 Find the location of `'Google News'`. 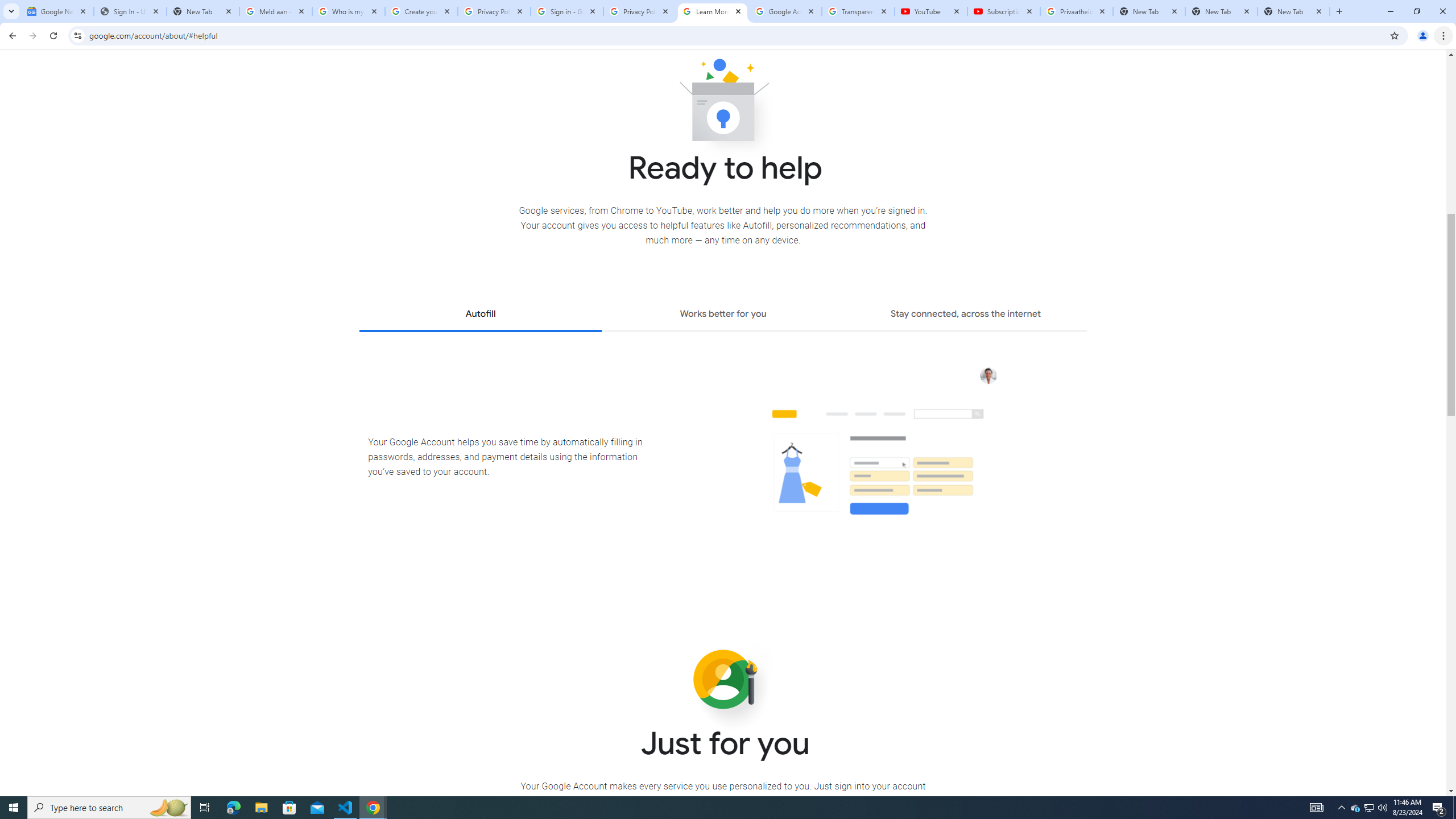

'Google News' is located at coordinates (57, 11).